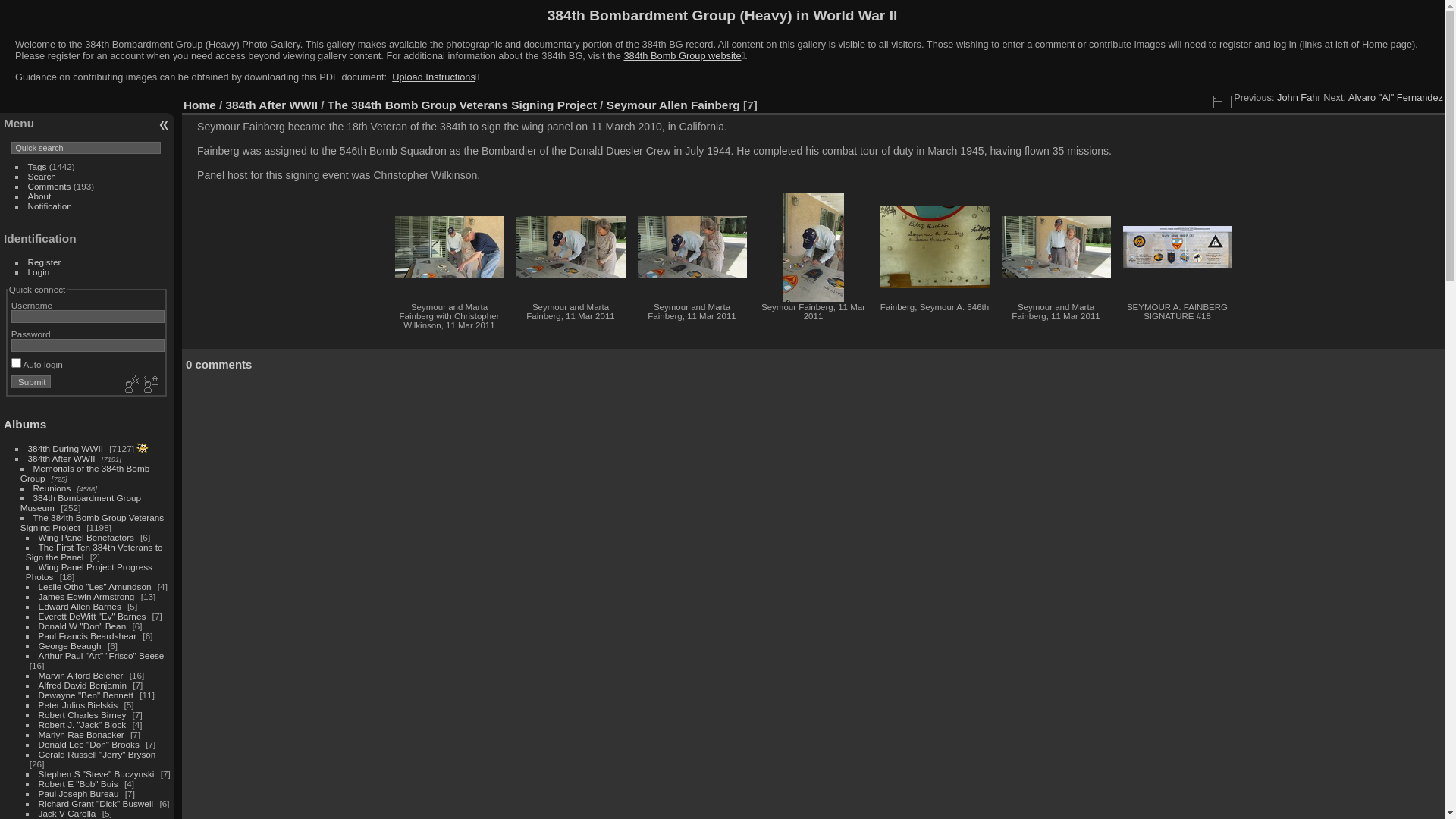  Describe the element at coordinates (67, 812) in the screenshot. I see `'Jack V Carella'` at that location.